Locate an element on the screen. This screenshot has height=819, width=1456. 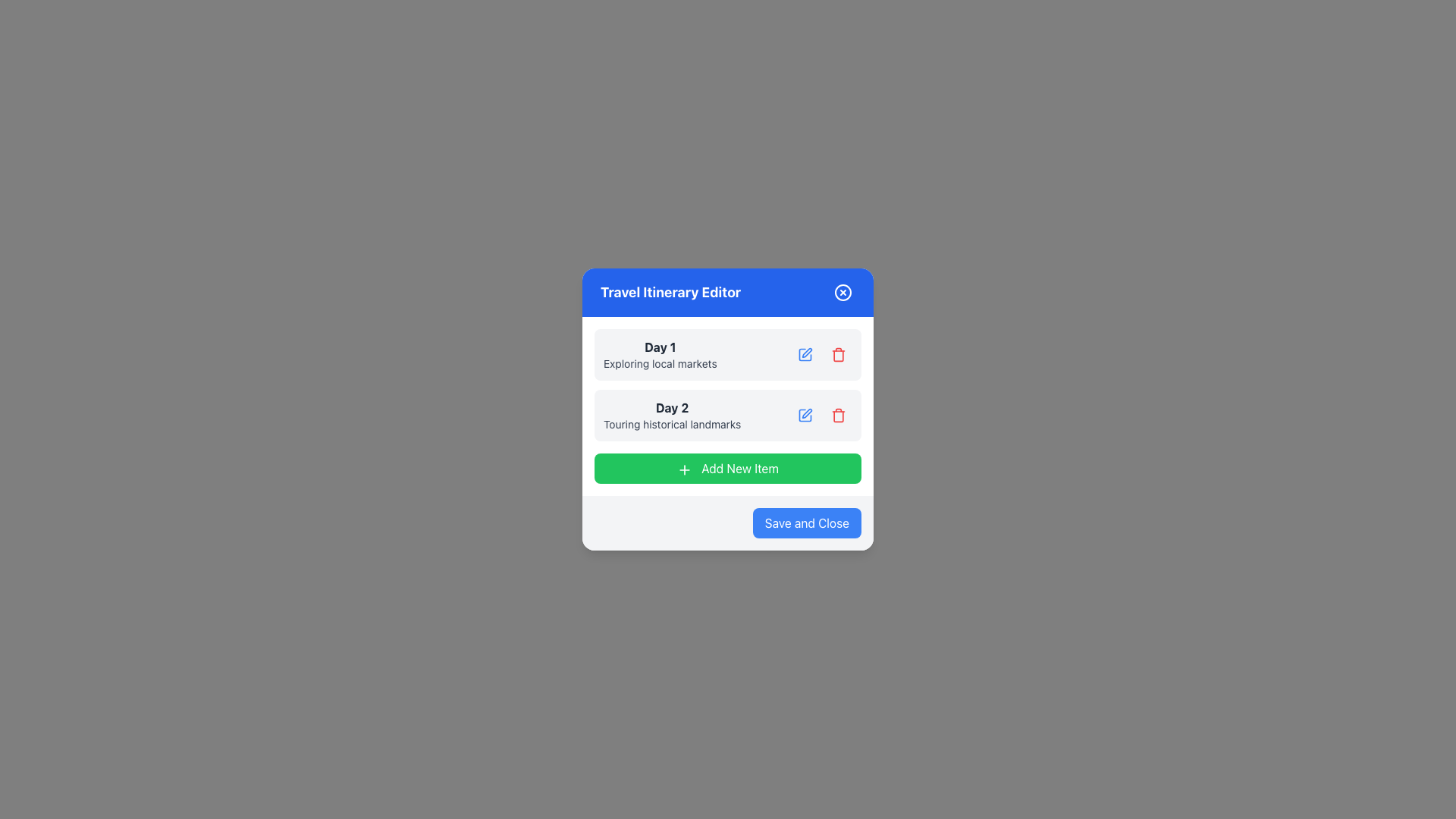
the close button, which is a circular icon with a white border and 'X' shape inside, located in the top-right corner of the 'Travel Itinerary Editor' modal window is located at coordinates (843, 292).